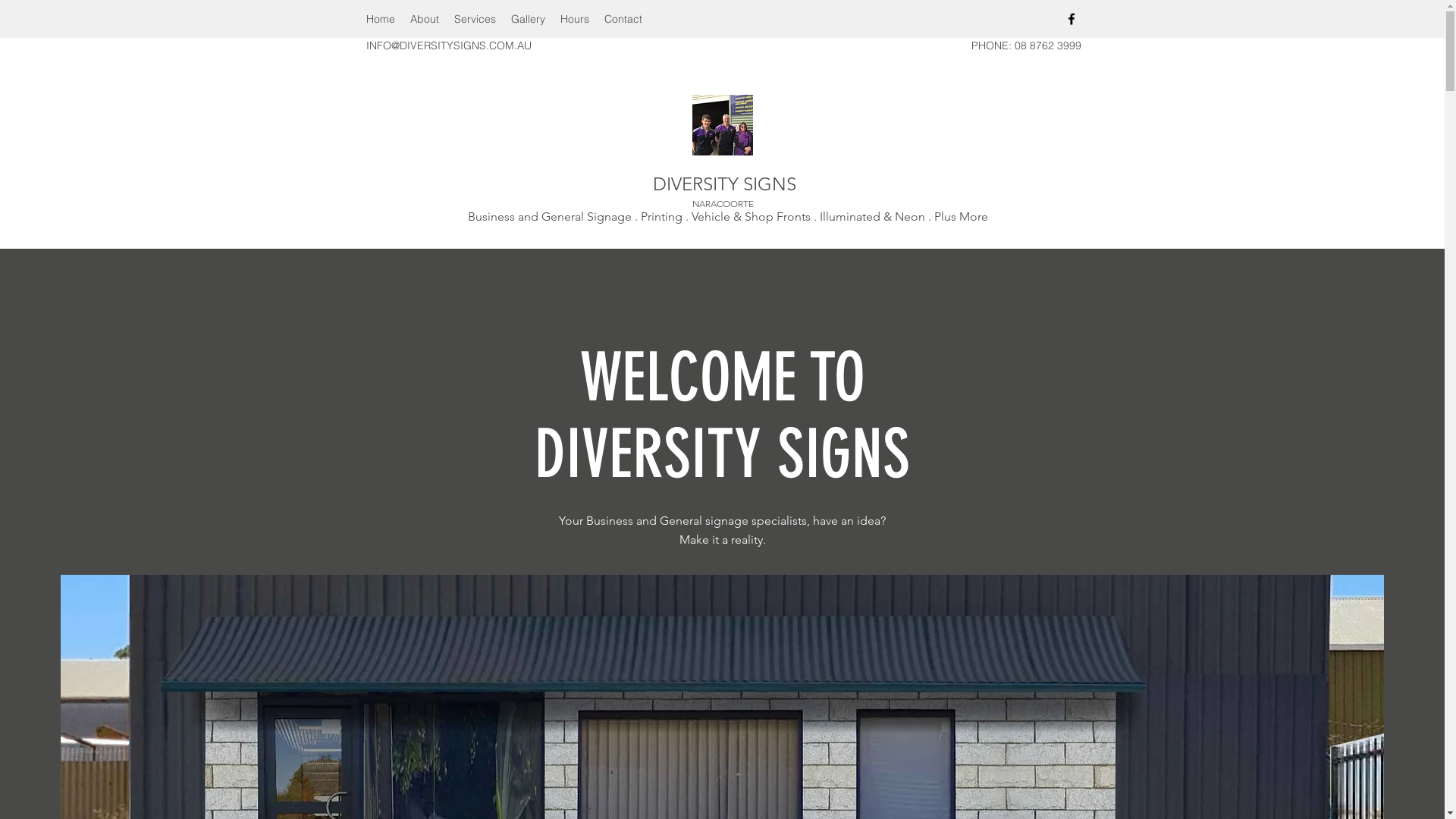  I want to click on 'Hours', so click(573, 18).